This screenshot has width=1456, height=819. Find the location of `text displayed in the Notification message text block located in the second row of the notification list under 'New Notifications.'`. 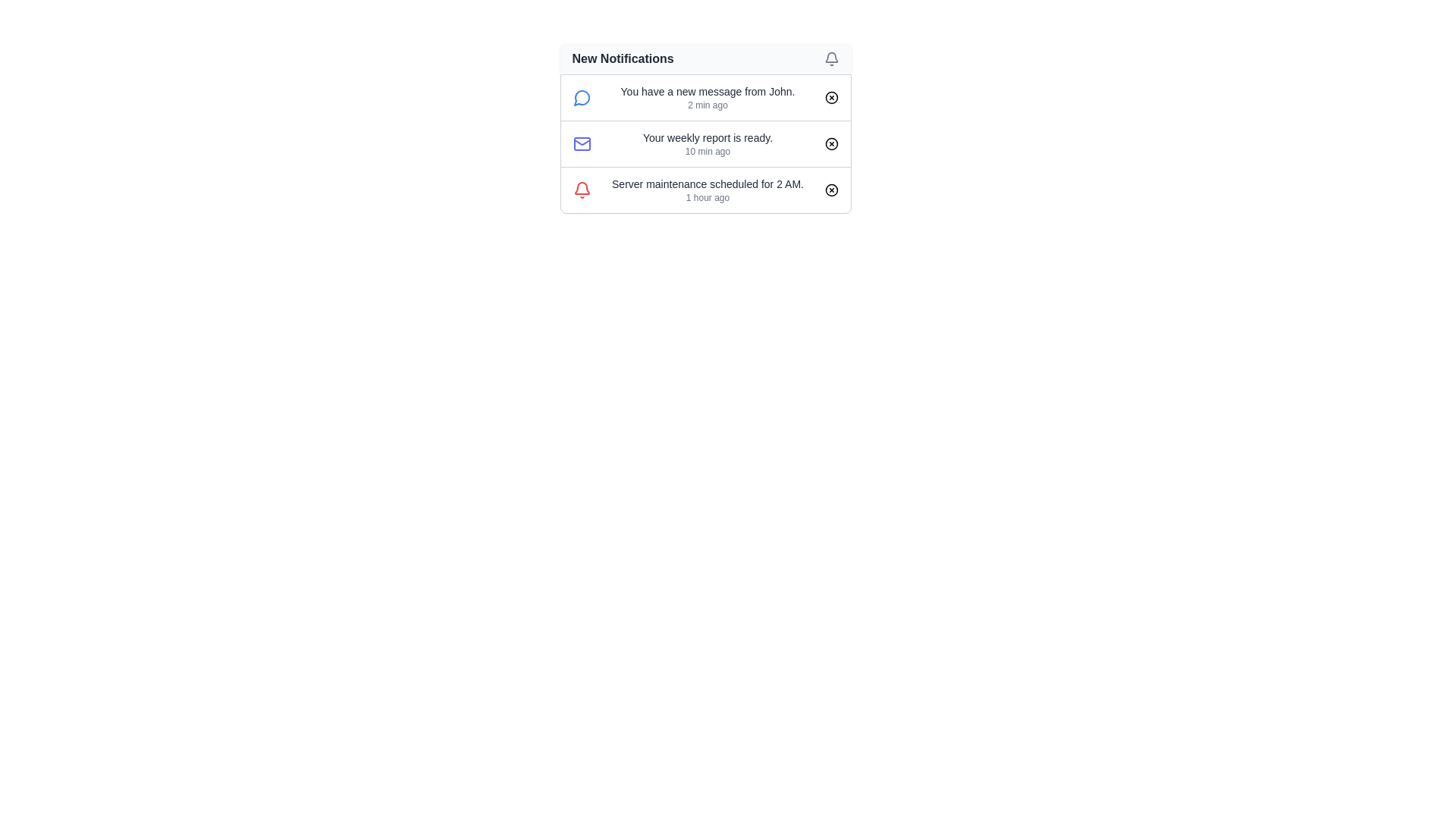

text displayed in the Notification message text block located in the second row of the notification list under 'New Notifications.' is located at coordinates (707, 143).